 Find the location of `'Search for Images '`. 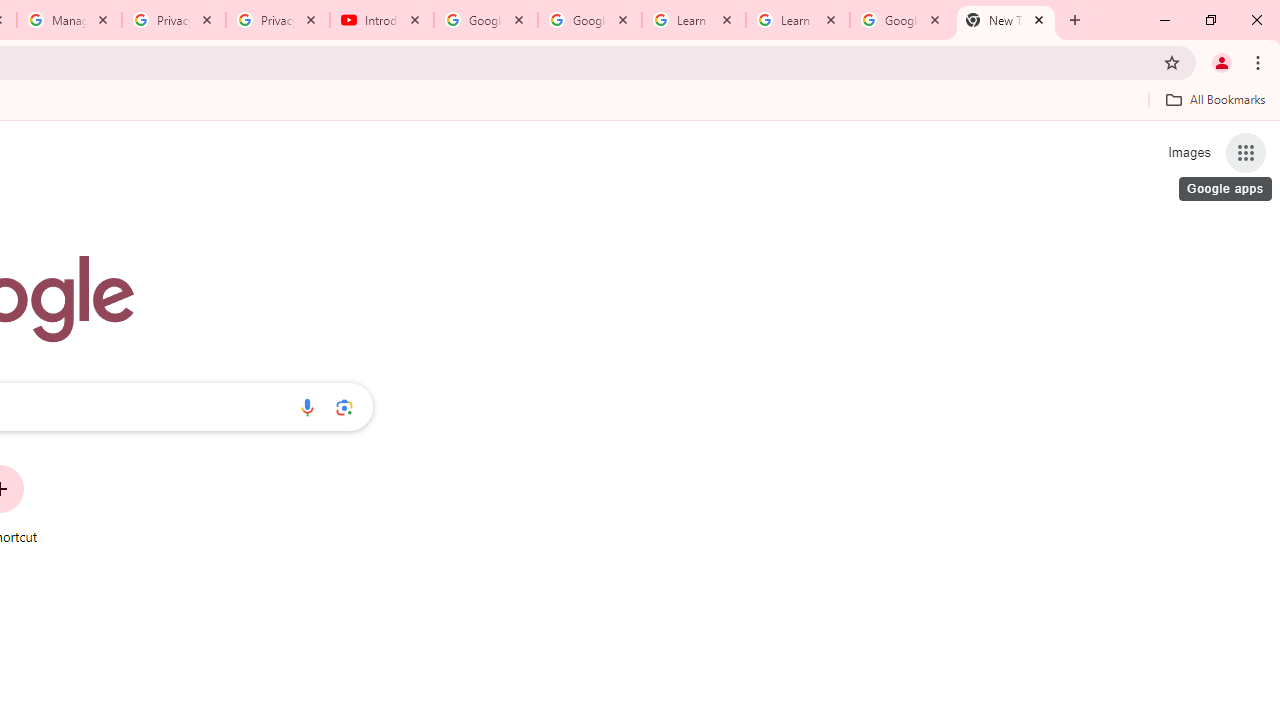

'Search for Images ' is located at coordinates (1189, 152).